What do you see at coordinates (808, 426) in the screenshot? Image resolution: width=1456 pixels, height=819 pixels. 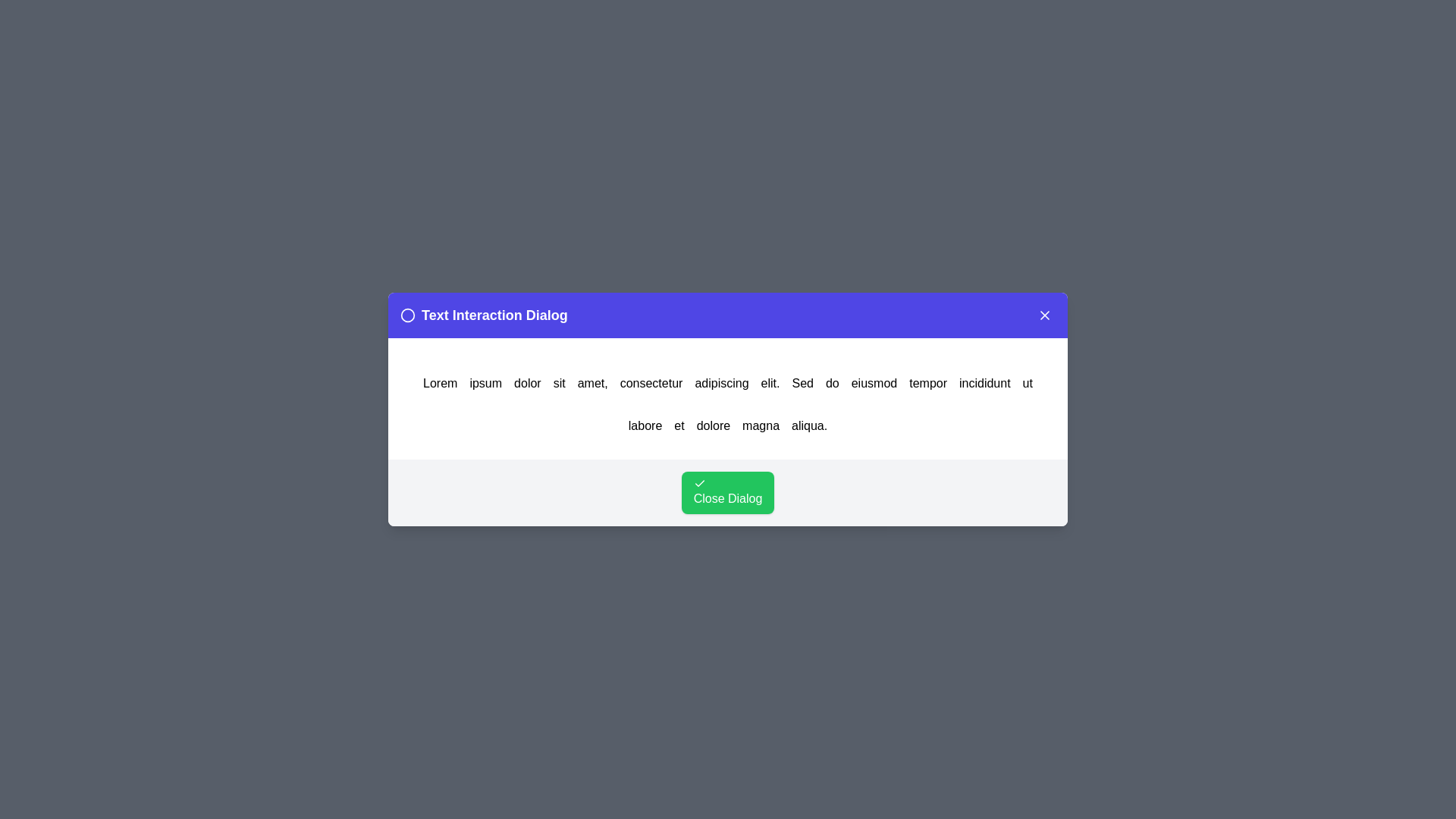 I see `the word aliqua. in the text to trigger an alert displaying the clicked word` at bounding box center [808, 426].